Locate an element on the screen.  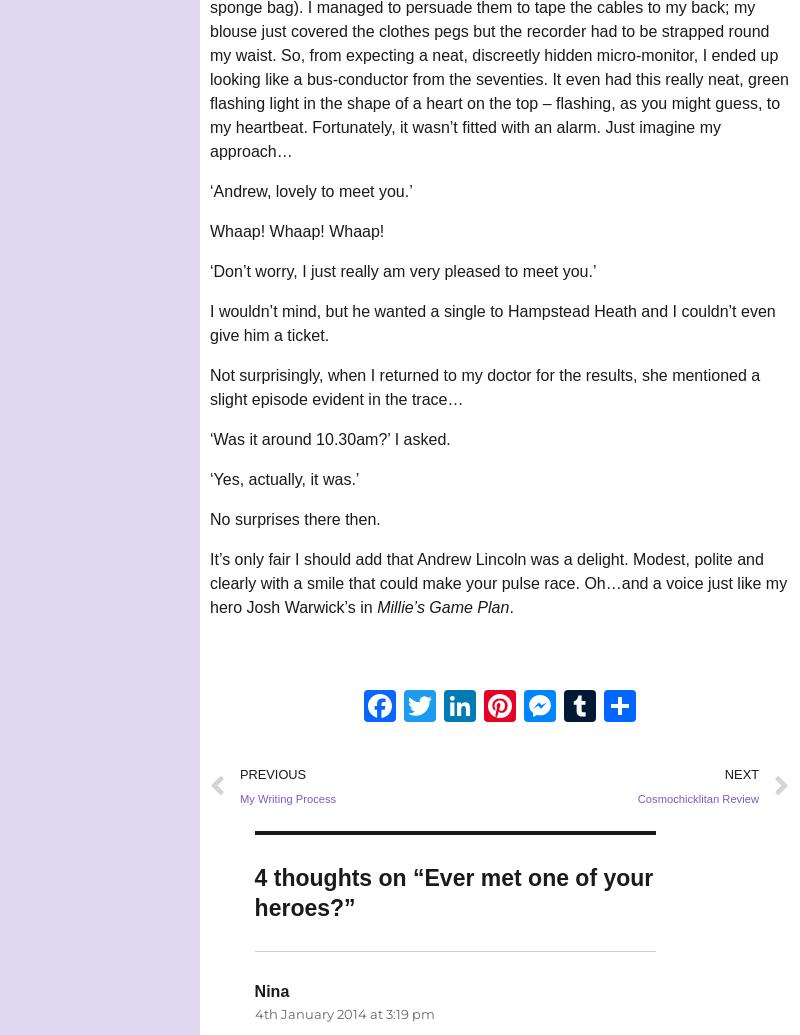
'LinkedIn' is located at coordinates (476, 704).